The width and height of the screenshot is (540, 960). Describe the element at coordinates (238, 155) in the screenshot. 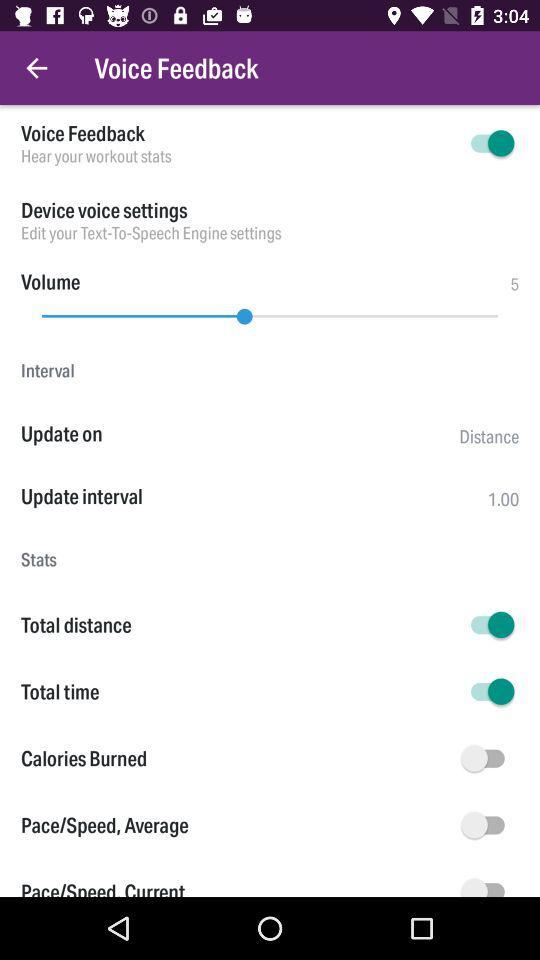

I see `icon below voice feedback icon` at that location.